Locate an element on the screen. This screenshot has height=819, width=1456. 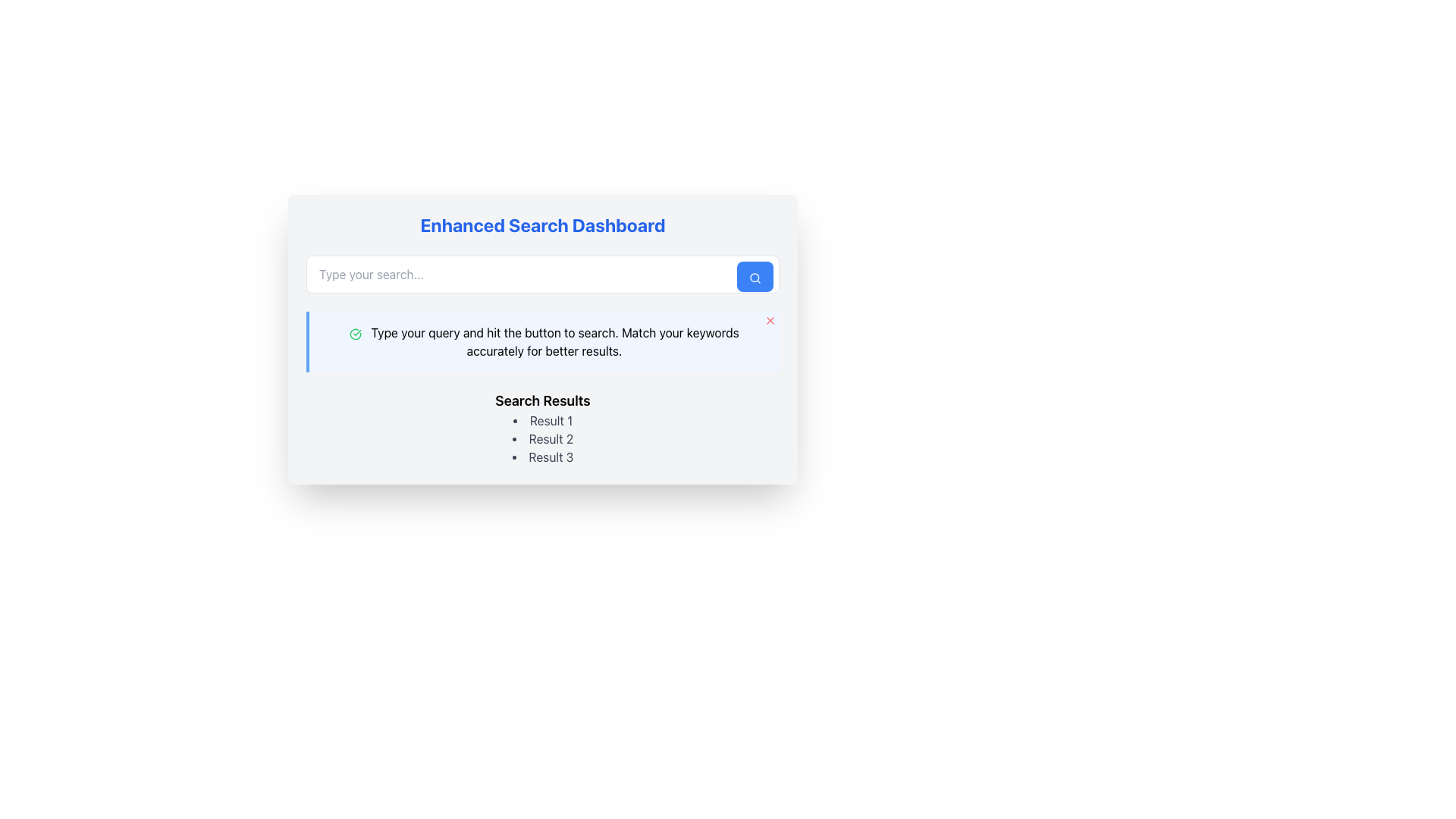
the header text label indicating search results, which is located at the top of the results section, preceding the list of results is located at coordinates (542, 400).